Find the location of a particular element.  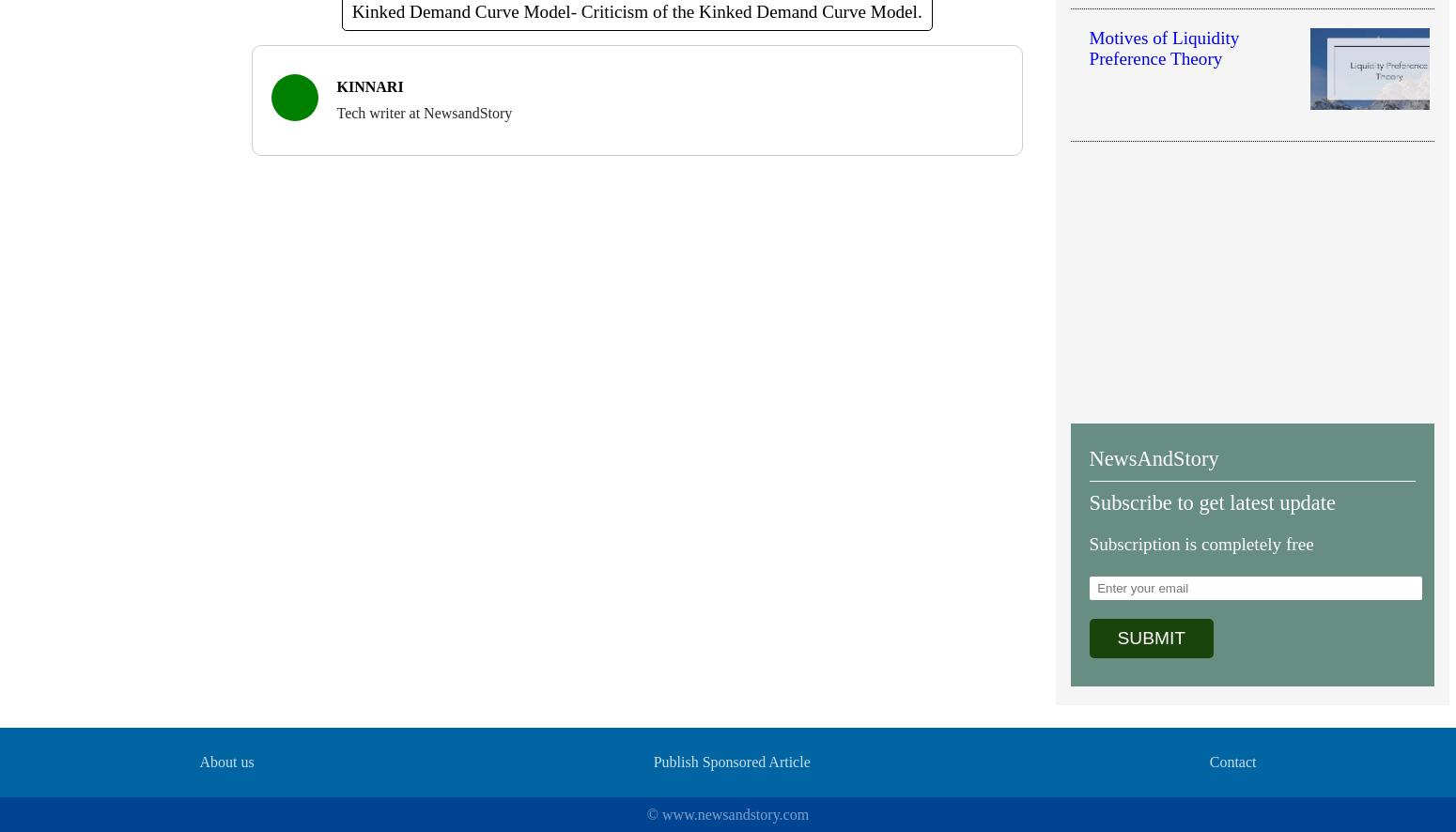

'SUBMIT' is located at coordinates (1151, 637).